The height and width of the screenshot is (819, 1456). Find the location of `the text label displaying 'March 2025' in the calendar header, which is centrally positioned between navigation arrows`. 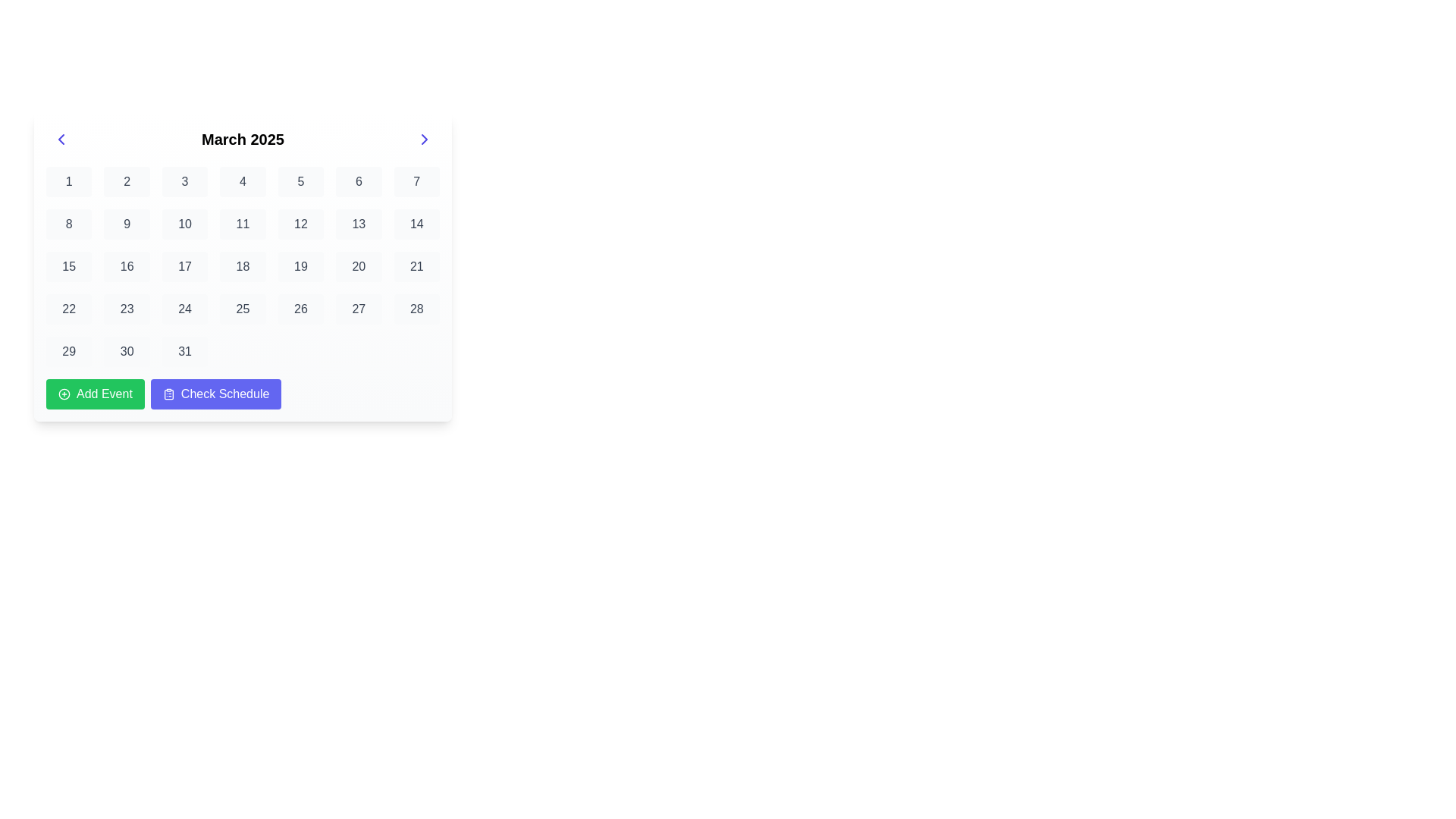

the text label displaying 'March 2025' in the calendar header, which is centrally positioned between navigation arrows is located at coordinates (243, 140).